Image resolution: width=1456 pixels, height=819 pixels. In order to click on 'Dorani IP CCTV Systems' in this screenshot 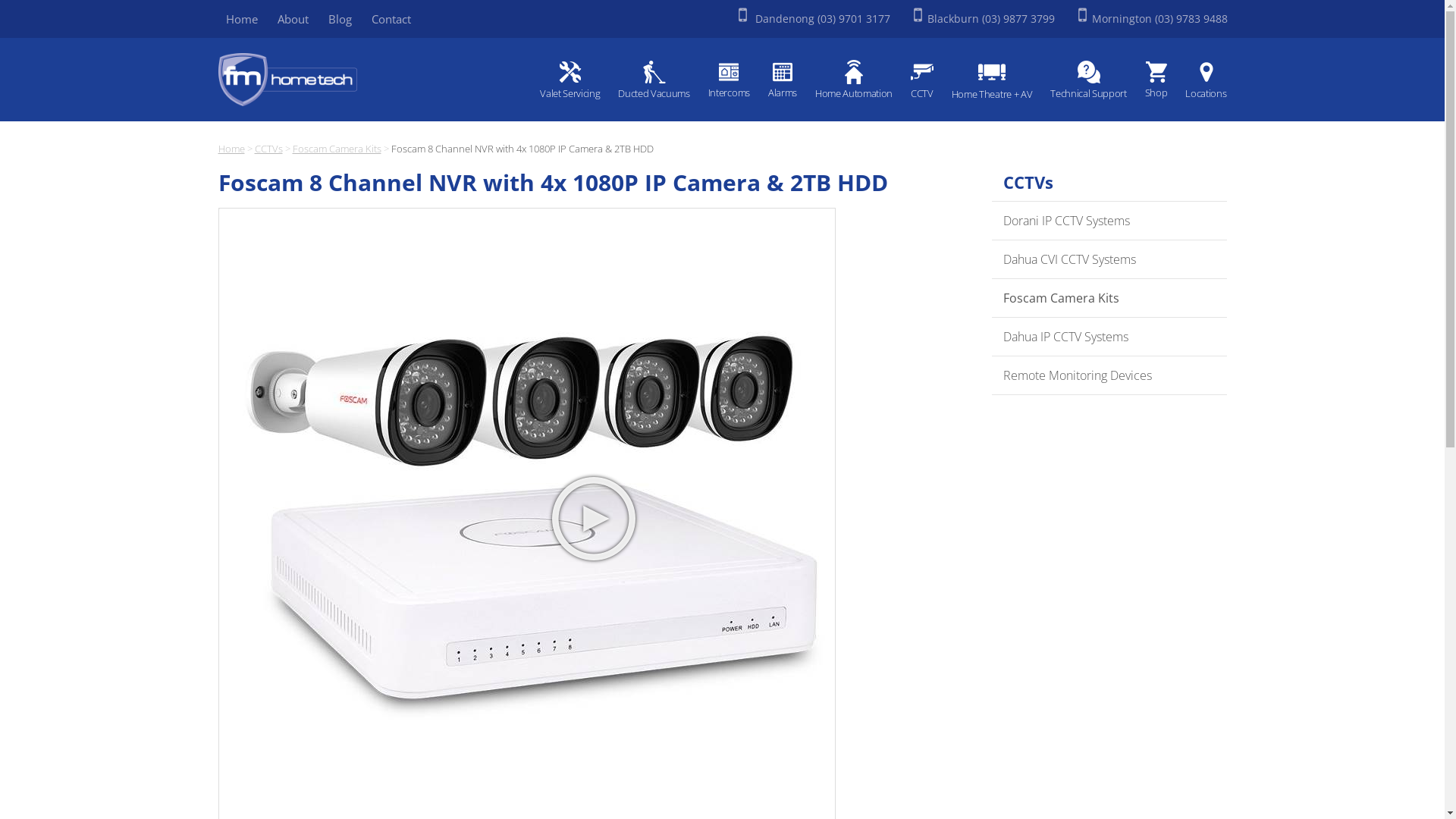, I will do `click(1109, 221)`.